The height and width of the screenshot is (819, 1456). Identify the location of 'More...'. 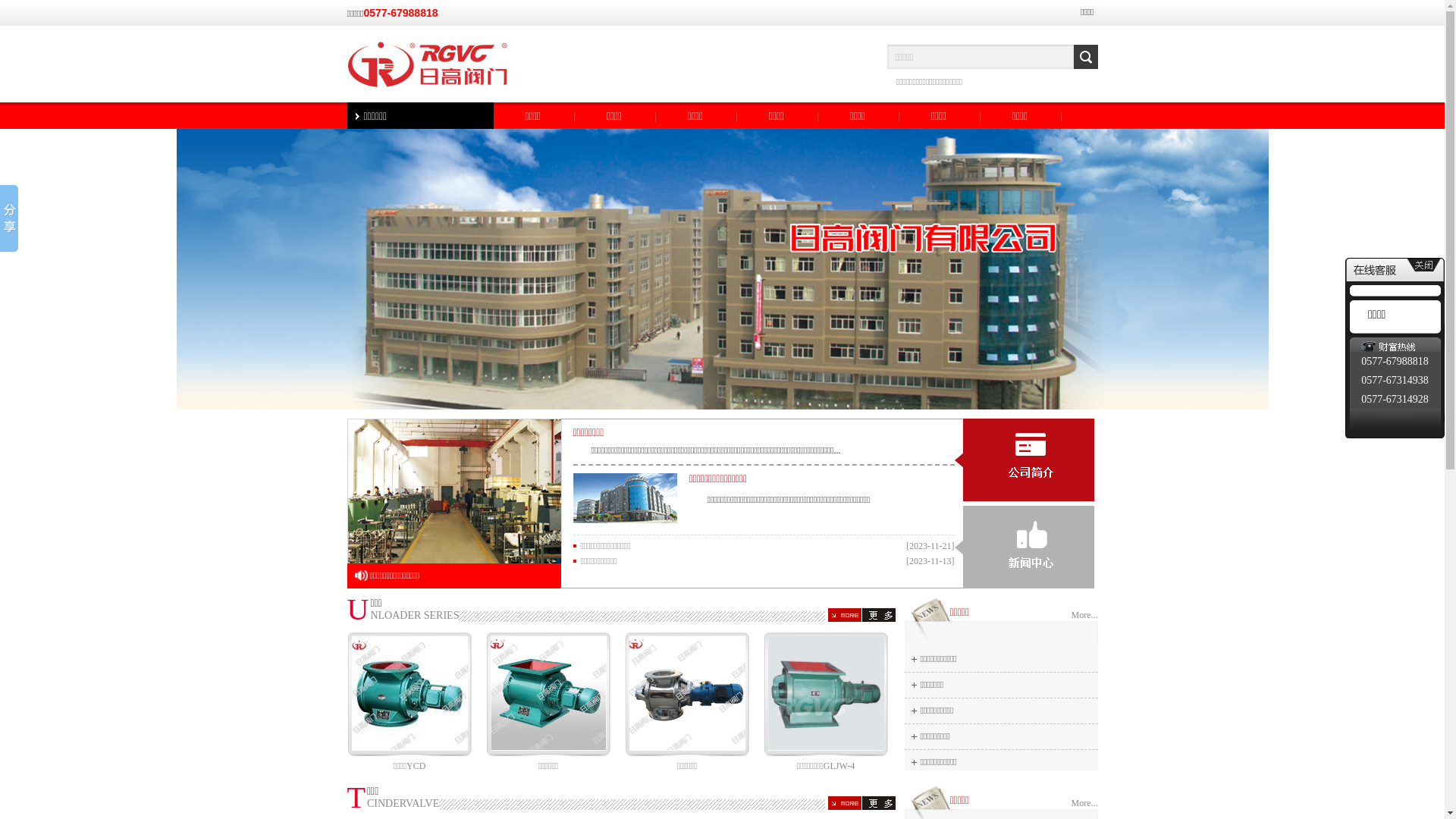
(1083, 615).